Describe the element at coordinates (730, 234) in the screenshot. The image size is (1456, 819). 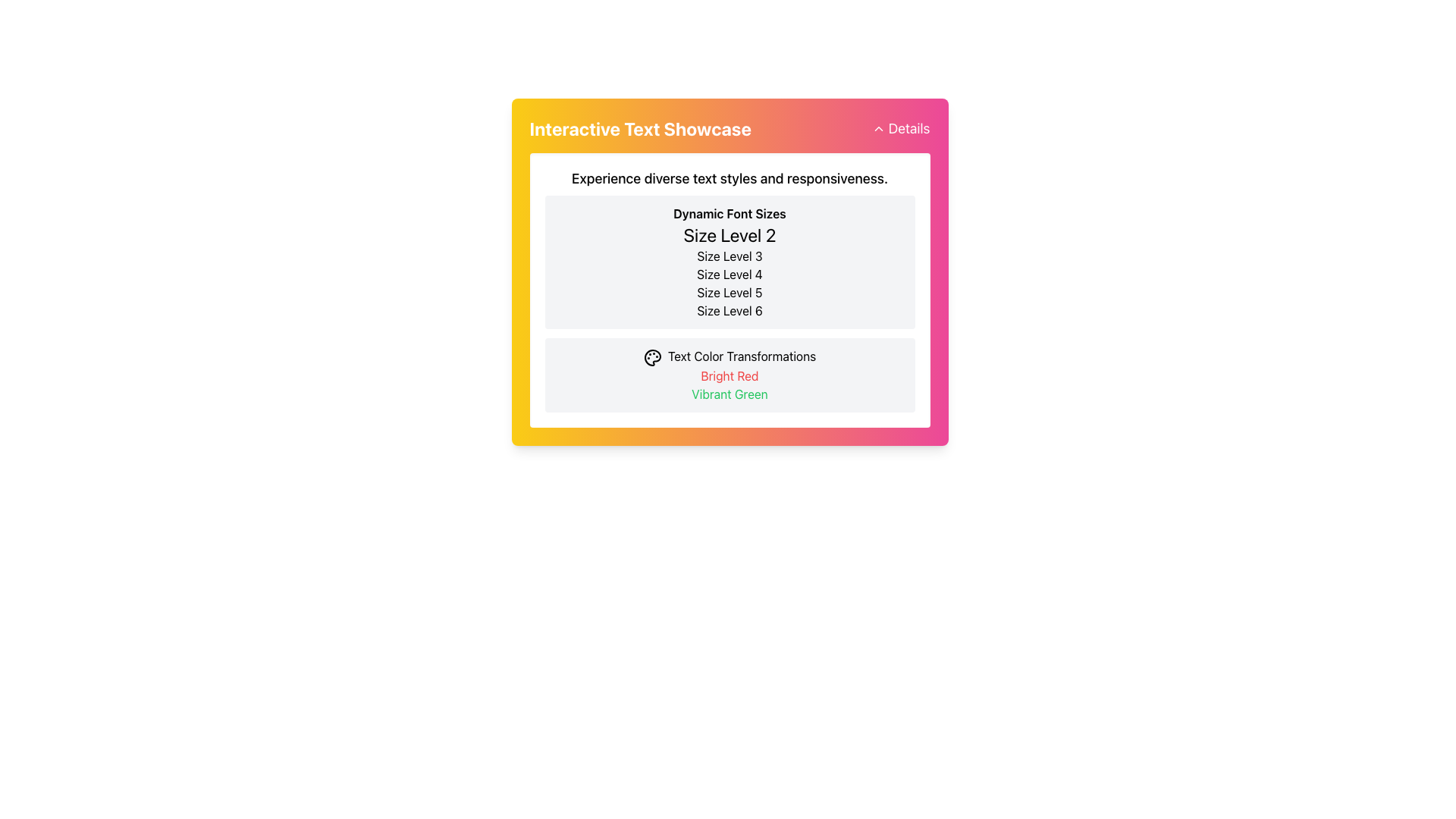
I see `the second text label under the heading 'Dynamic Font Sizes', which is located beneath 'Dynamic Font Sizes' and above 'Size Level 3'. This label is not interactive but is part of a vertically stacked list in a rounded rectangular box with a light gray background` at that location.